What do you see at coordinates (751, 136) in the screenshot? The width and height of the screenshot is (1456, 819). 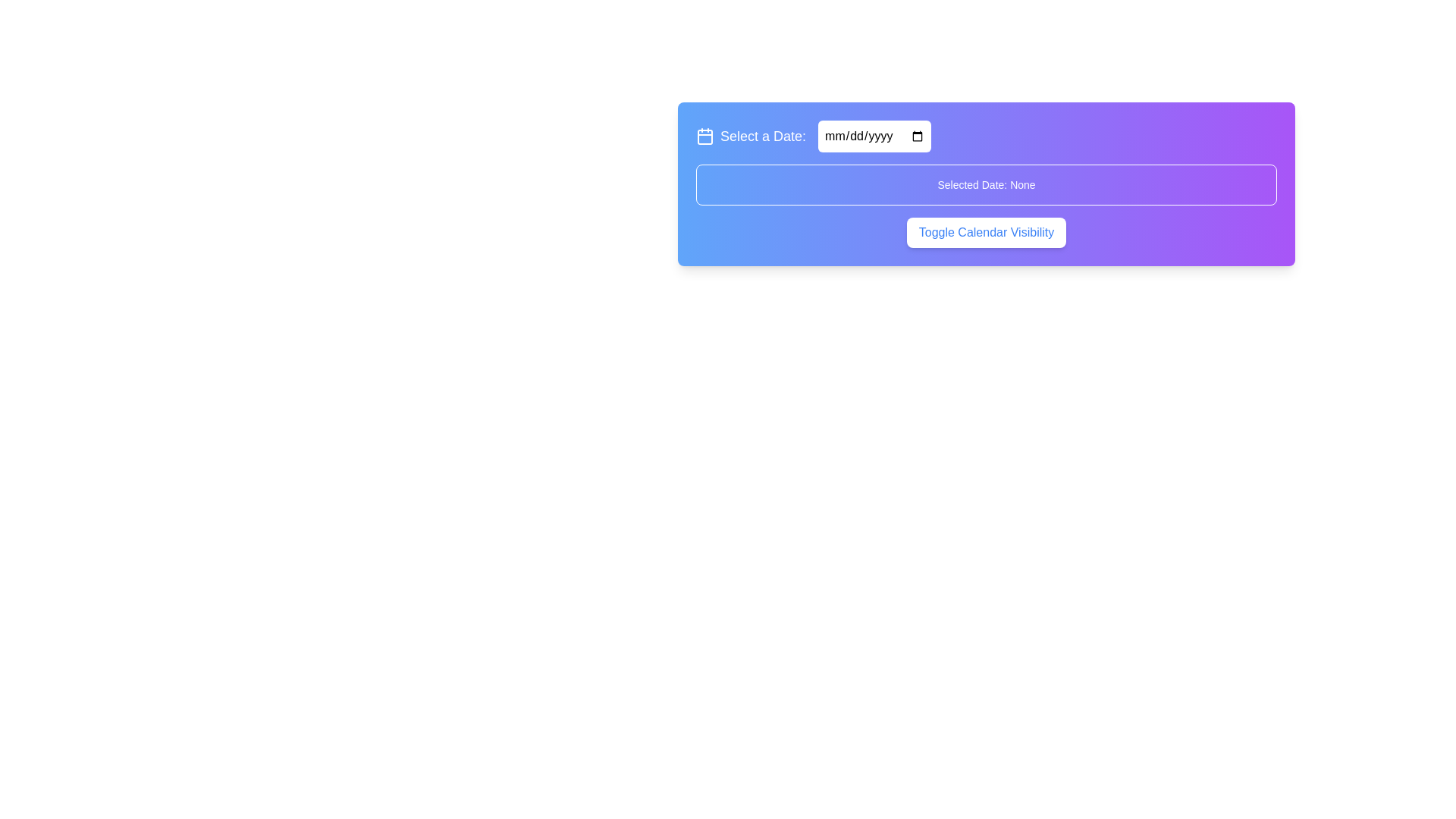 I see `the text label that serves as a caption for the date picker input field, located to the left of the date input area in the top row of the interface` at bounding box center [751, 136].